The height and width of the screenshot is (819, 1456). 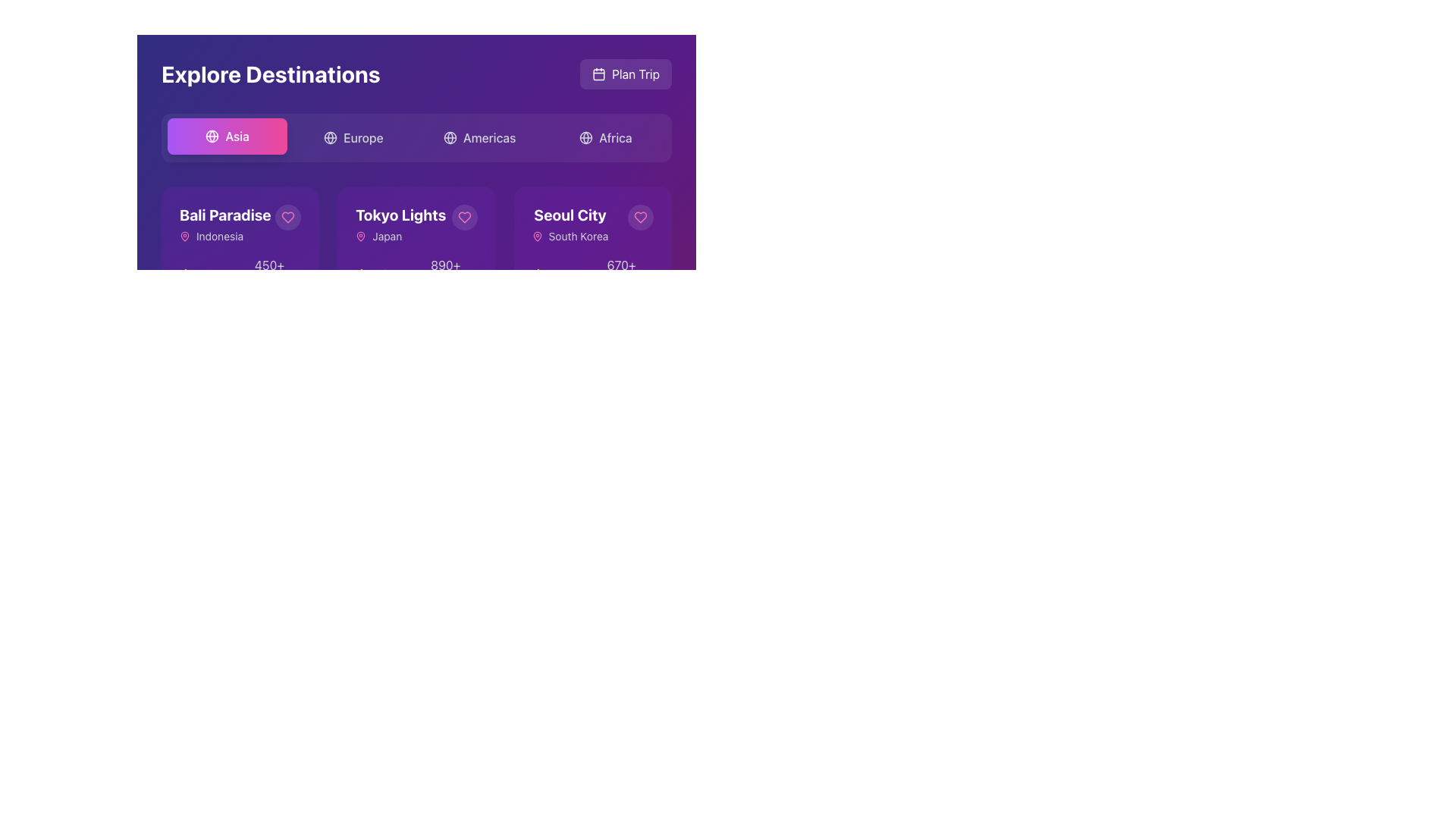 What do you see at coordinates (463, 217) in the screenshot?
I see `the heart-shaped icon with a pink outline within the circular button on the 'Tokyo Lights' card to favorite the associated destination` at bounding box center [463, 217].